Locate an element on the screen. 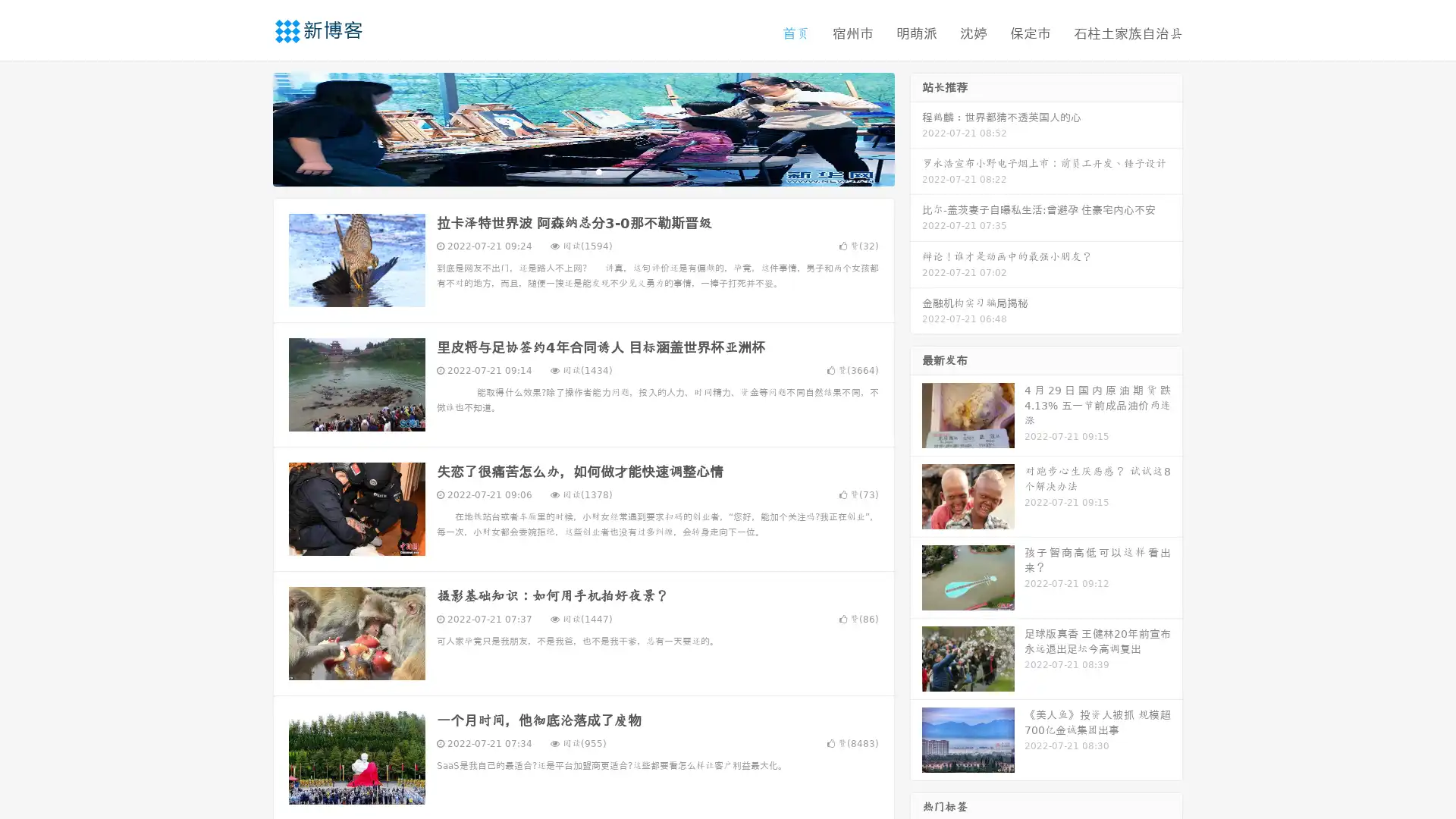  Go to slide 1 is located at coordinates (567, 171).